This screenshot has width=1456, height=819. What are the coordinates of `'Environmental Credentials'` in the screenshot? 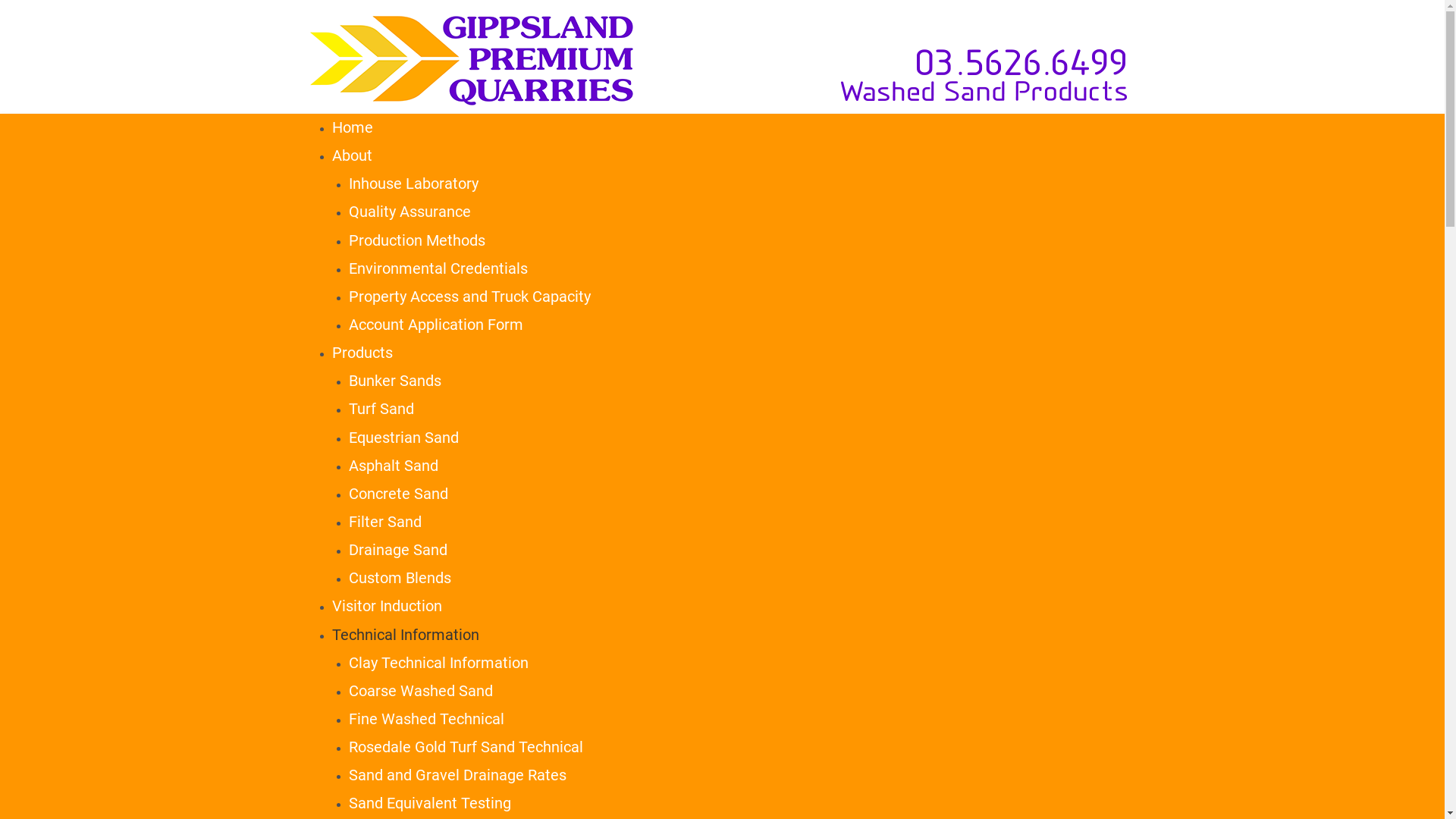 It's located at (437, 268).